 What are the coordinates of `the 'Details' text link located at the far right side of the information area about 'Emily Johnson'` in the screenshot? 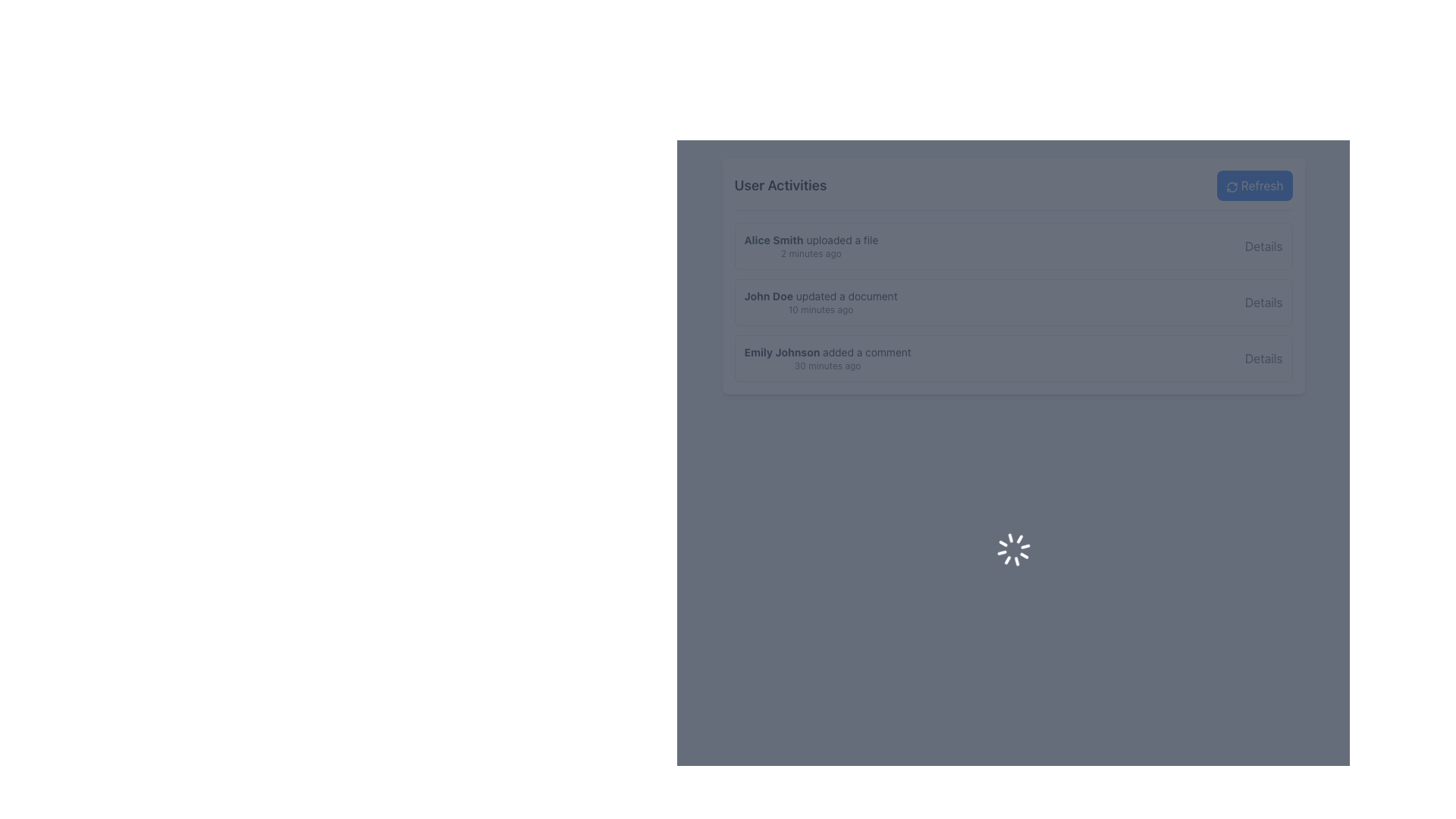 It's located at (1263, 359).